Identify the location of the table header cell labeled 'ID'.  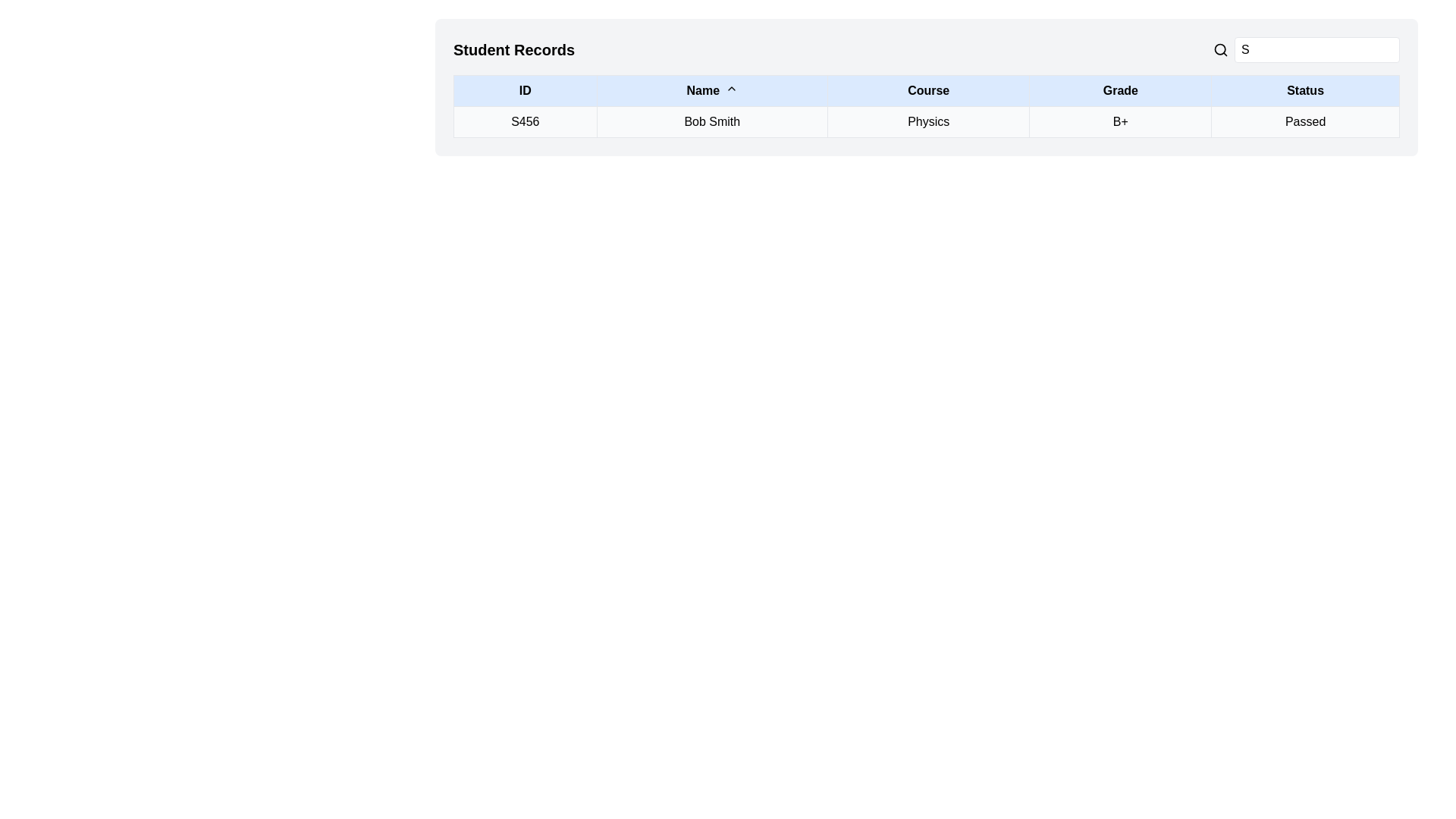
(525, 90).